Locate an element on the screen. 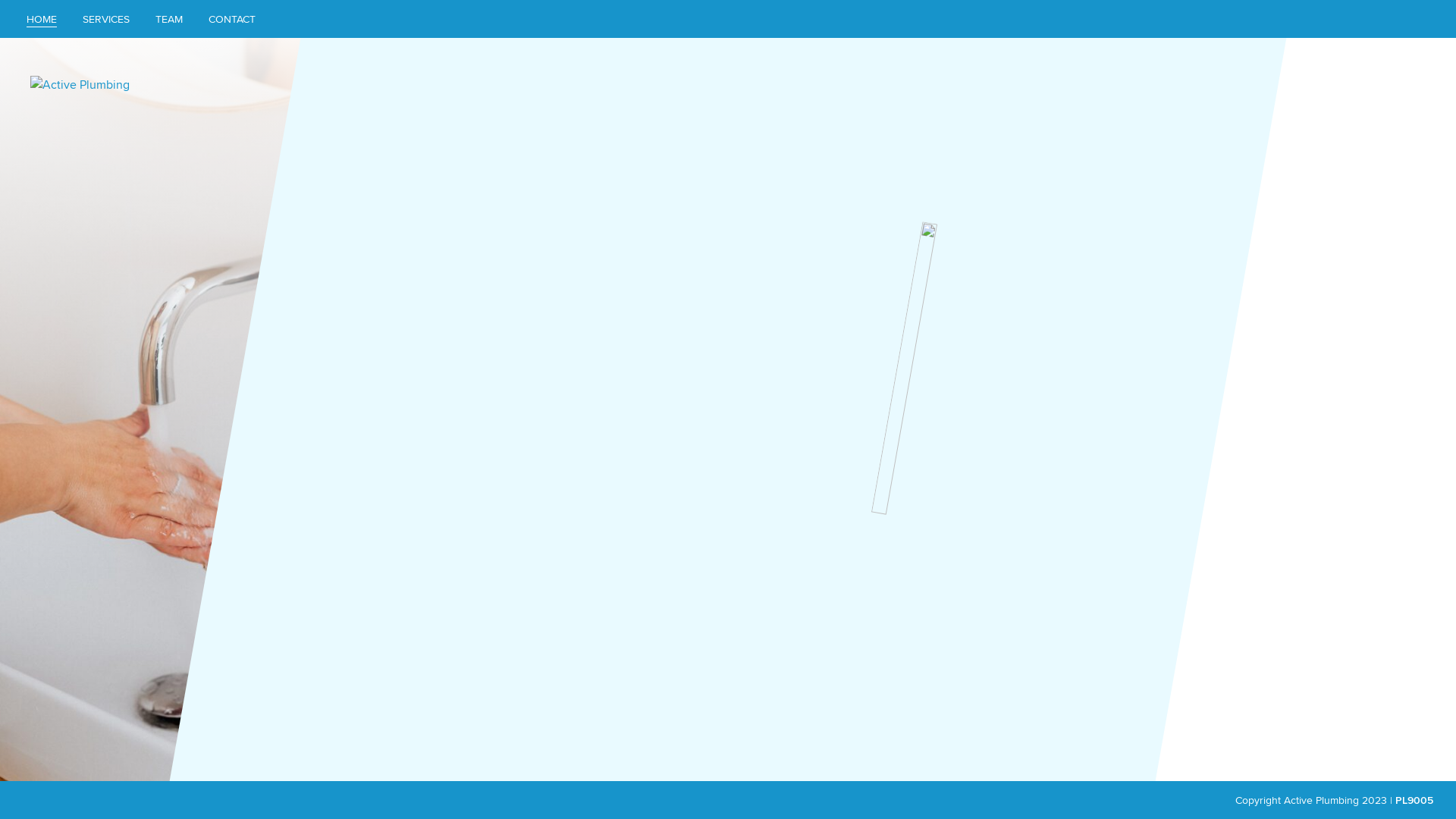  'TEAM' is located at coordinates (168, 18).